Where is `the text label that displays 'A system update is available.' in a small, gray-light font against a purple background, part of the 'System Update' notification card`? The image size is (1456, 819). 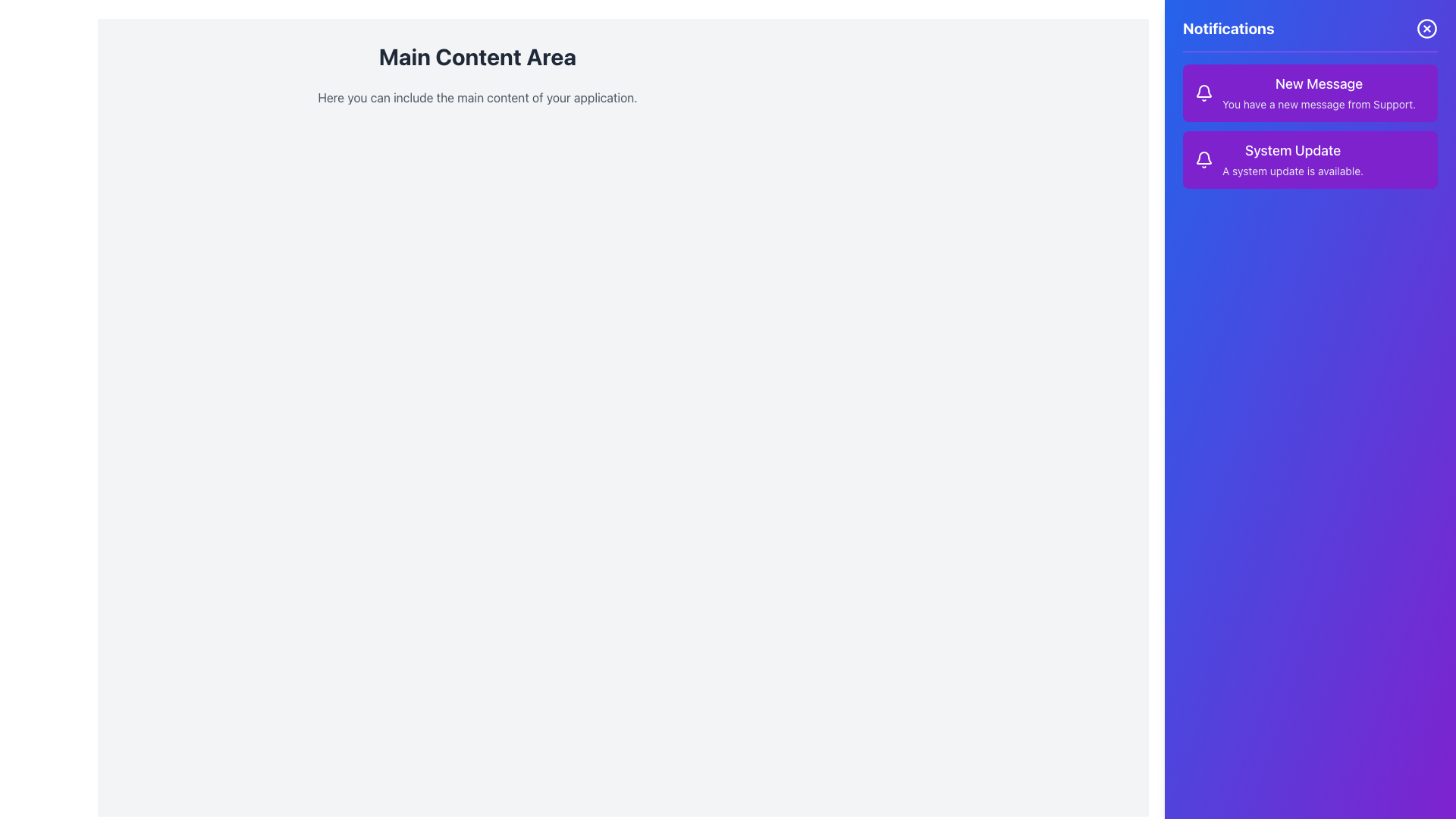 the text label that displays 'A system update is available.' in a small, gray-light font against a purple background, part of the 'System Update' notification card is located at coordinates (1291, 171).